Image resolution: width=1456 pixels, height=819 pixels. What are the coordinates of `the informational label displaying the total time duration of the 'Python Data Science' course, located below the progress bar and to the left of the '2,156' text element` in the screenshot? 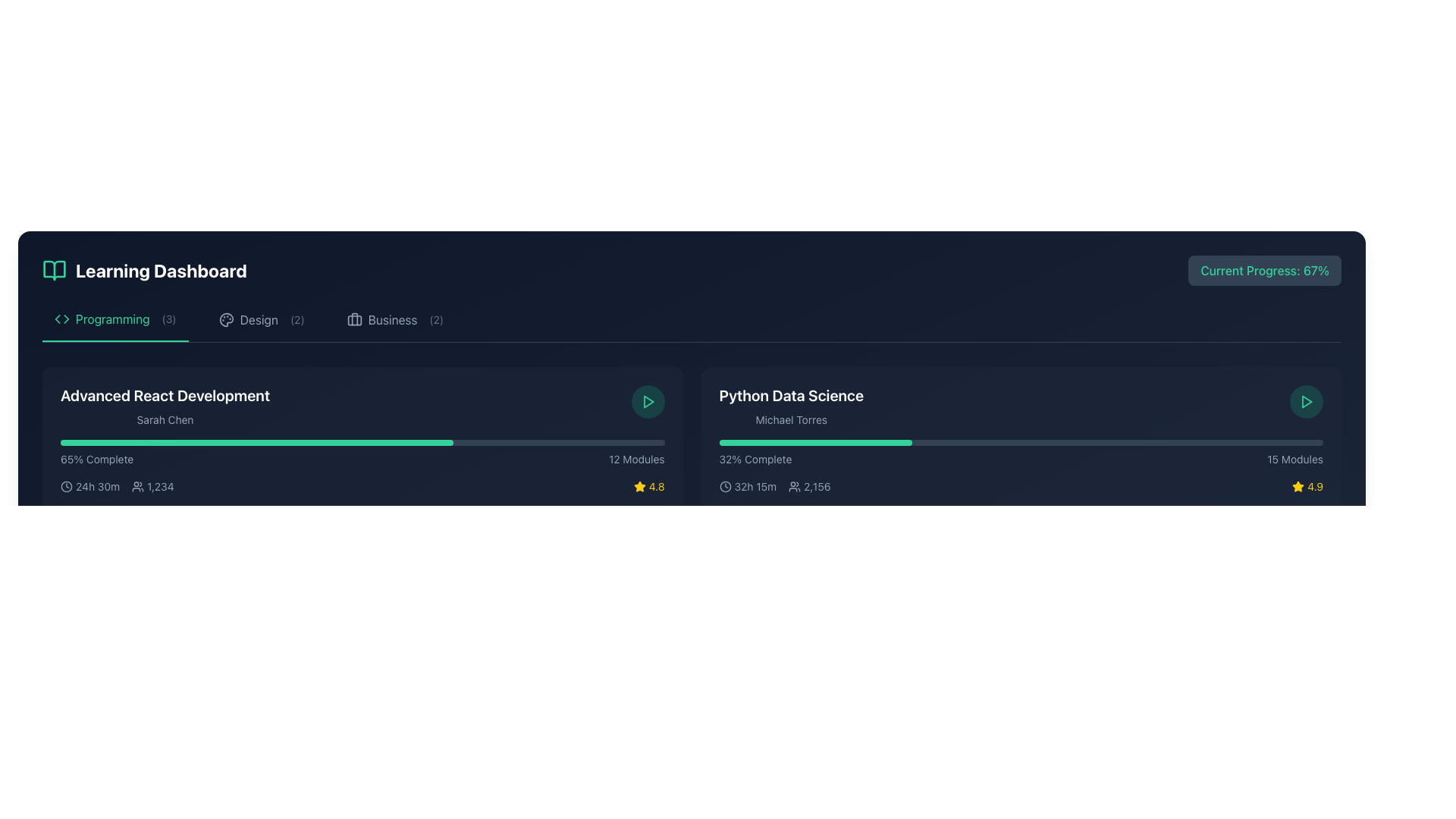 It's located at (748, 486).